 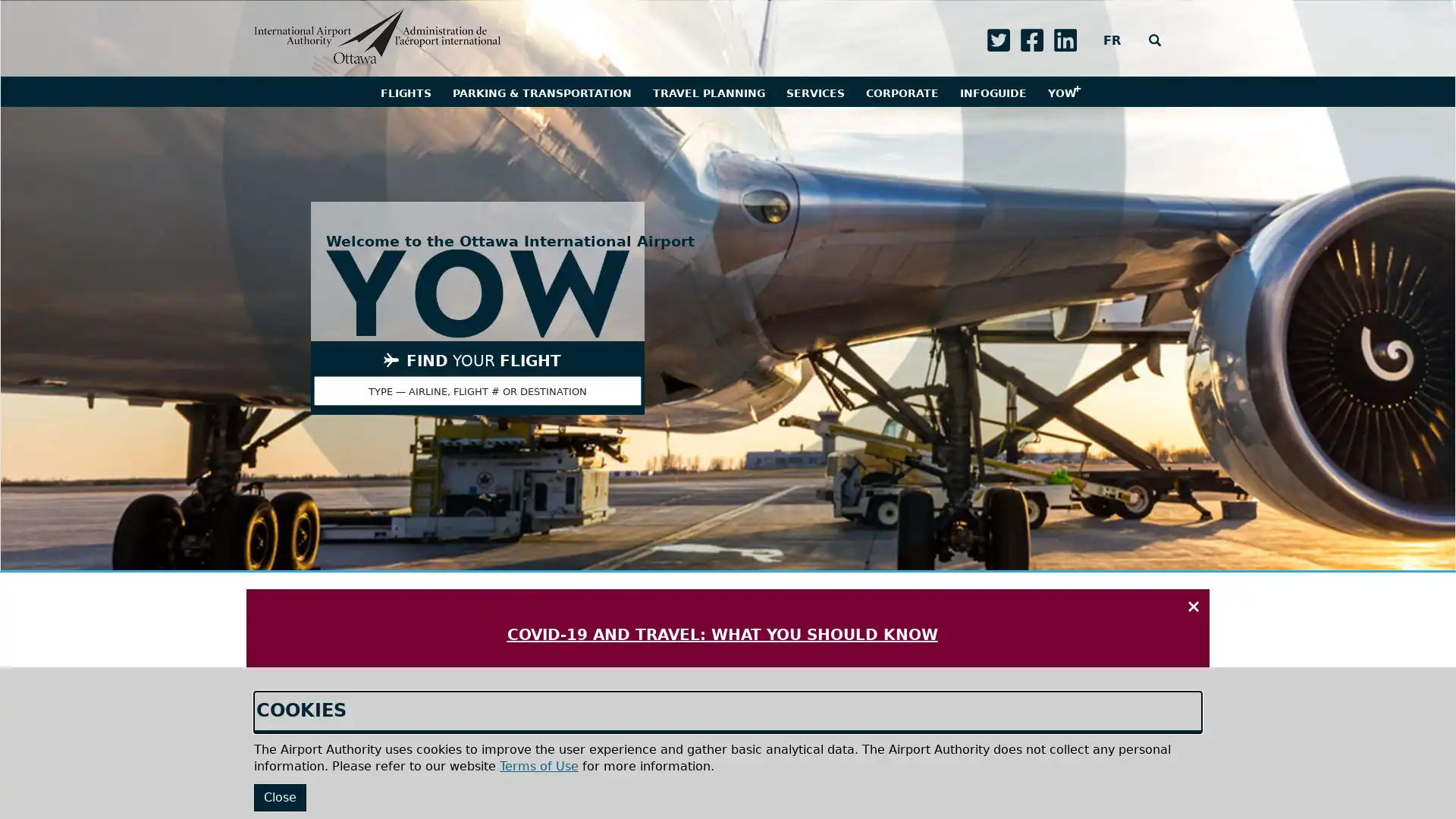 I want to click on Show Flights Sub Menu, so click(x=405, y=91).